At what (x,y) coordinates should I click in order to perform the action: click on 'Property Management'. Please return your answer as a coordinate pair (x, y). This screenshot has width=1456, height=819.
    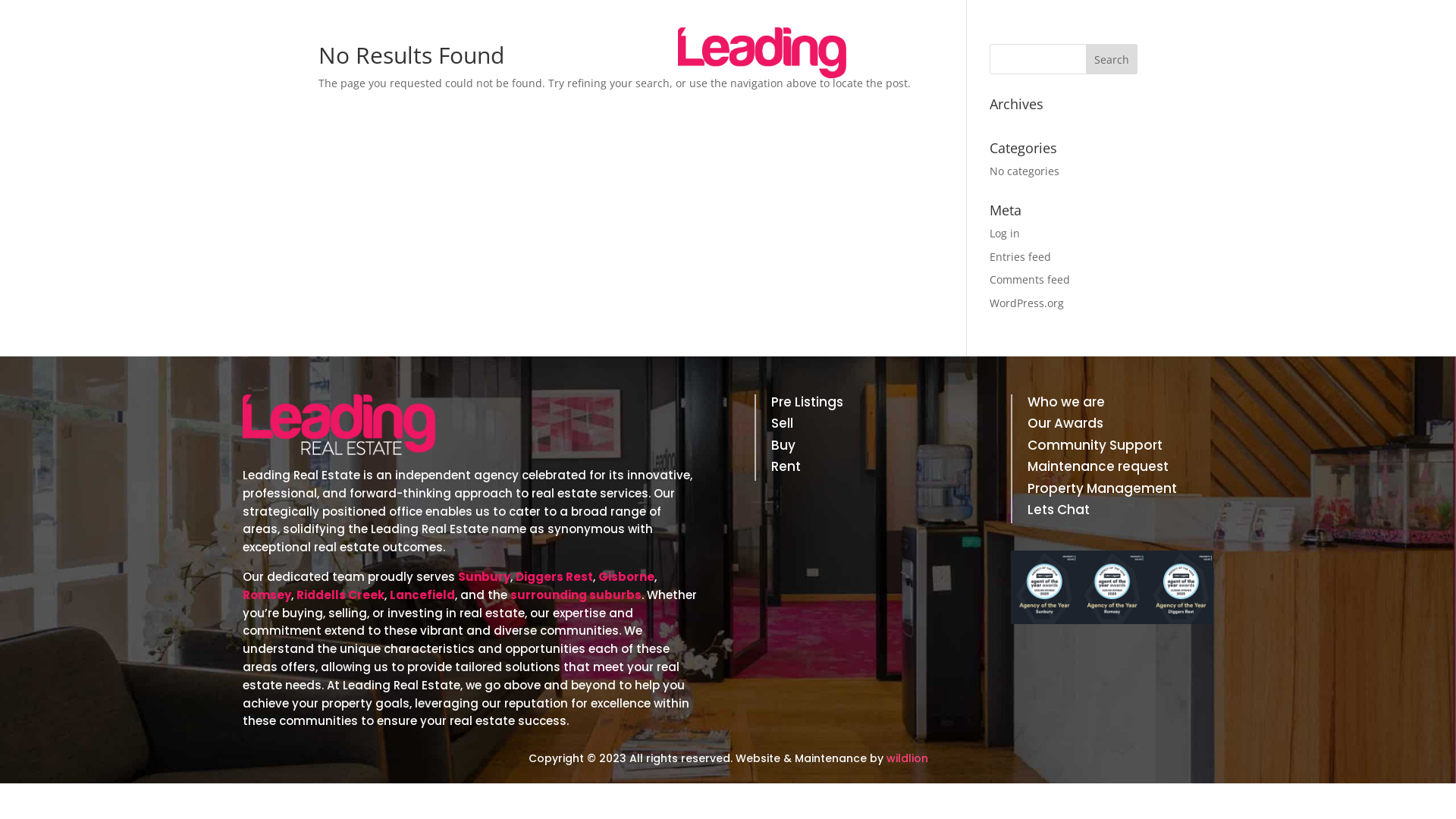
    Looking at the image, I should click on (1112, 491).